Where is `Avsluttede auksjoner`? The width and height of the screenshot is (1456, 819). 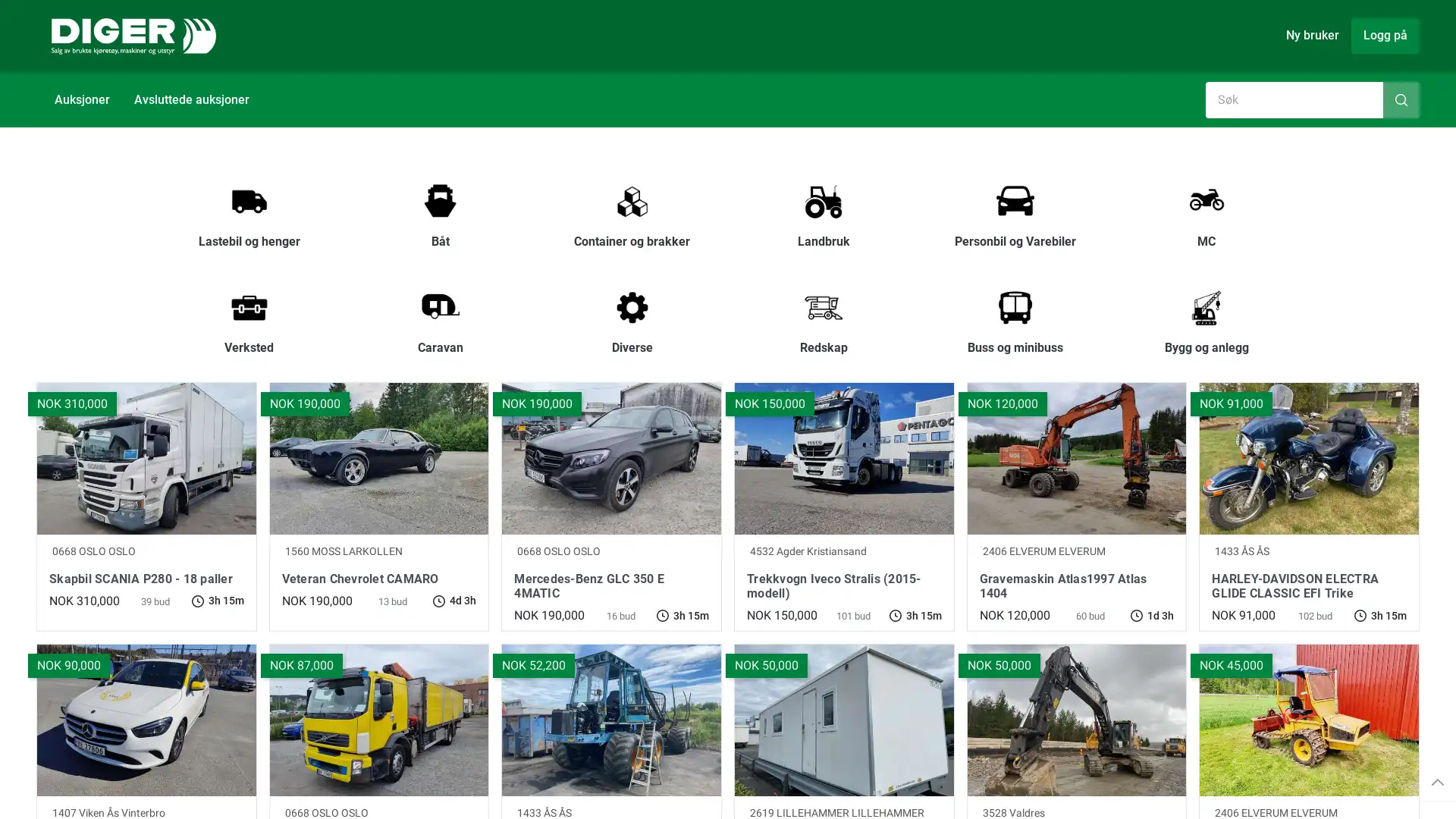 Avsluttede auksjoner is located at coordinates (191, 99).